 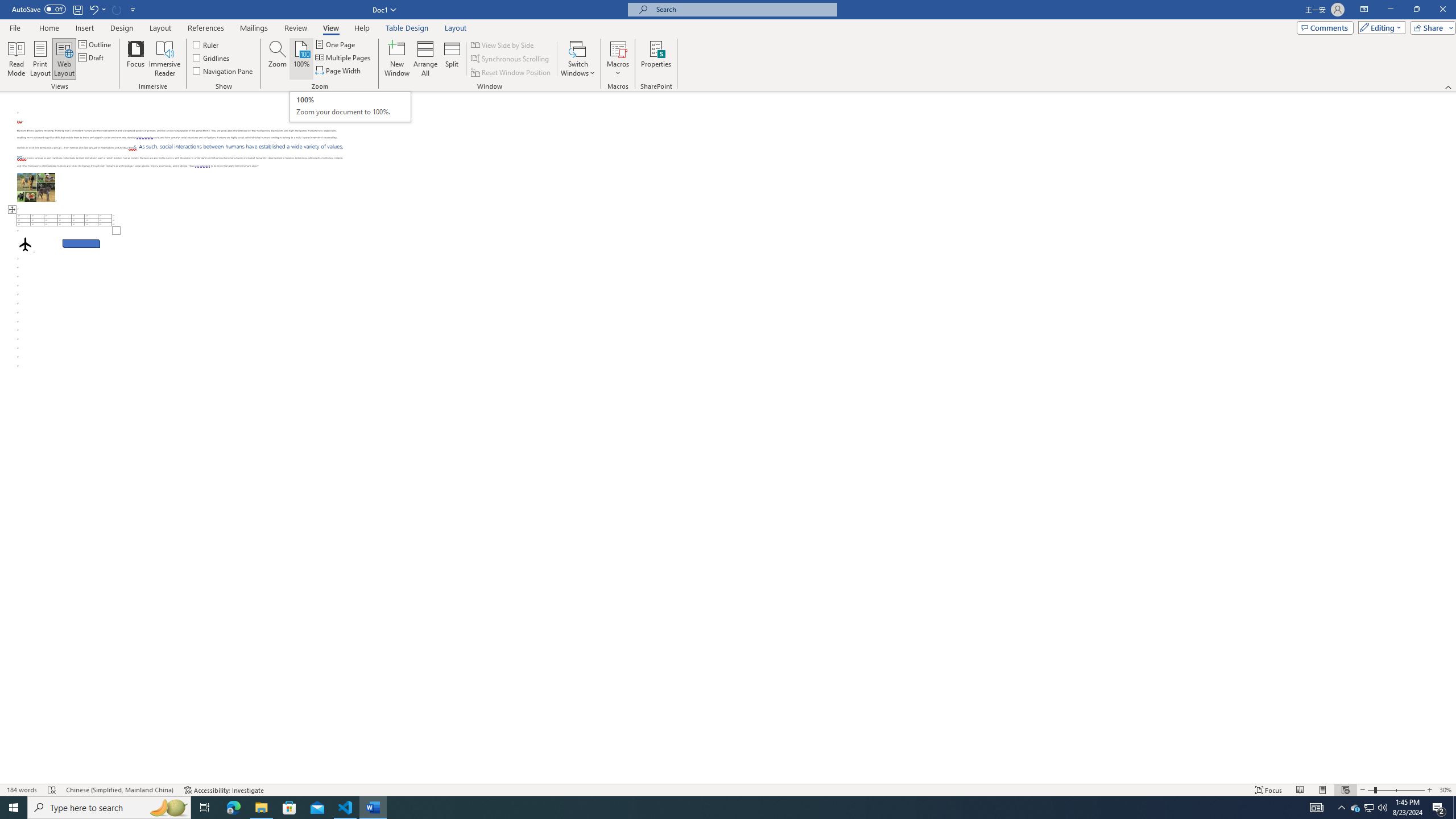 What do you see at coordinates (1445, 790) in the screenshot?
I see `'Zoom 30%'` at bounding box center [1445, 790].